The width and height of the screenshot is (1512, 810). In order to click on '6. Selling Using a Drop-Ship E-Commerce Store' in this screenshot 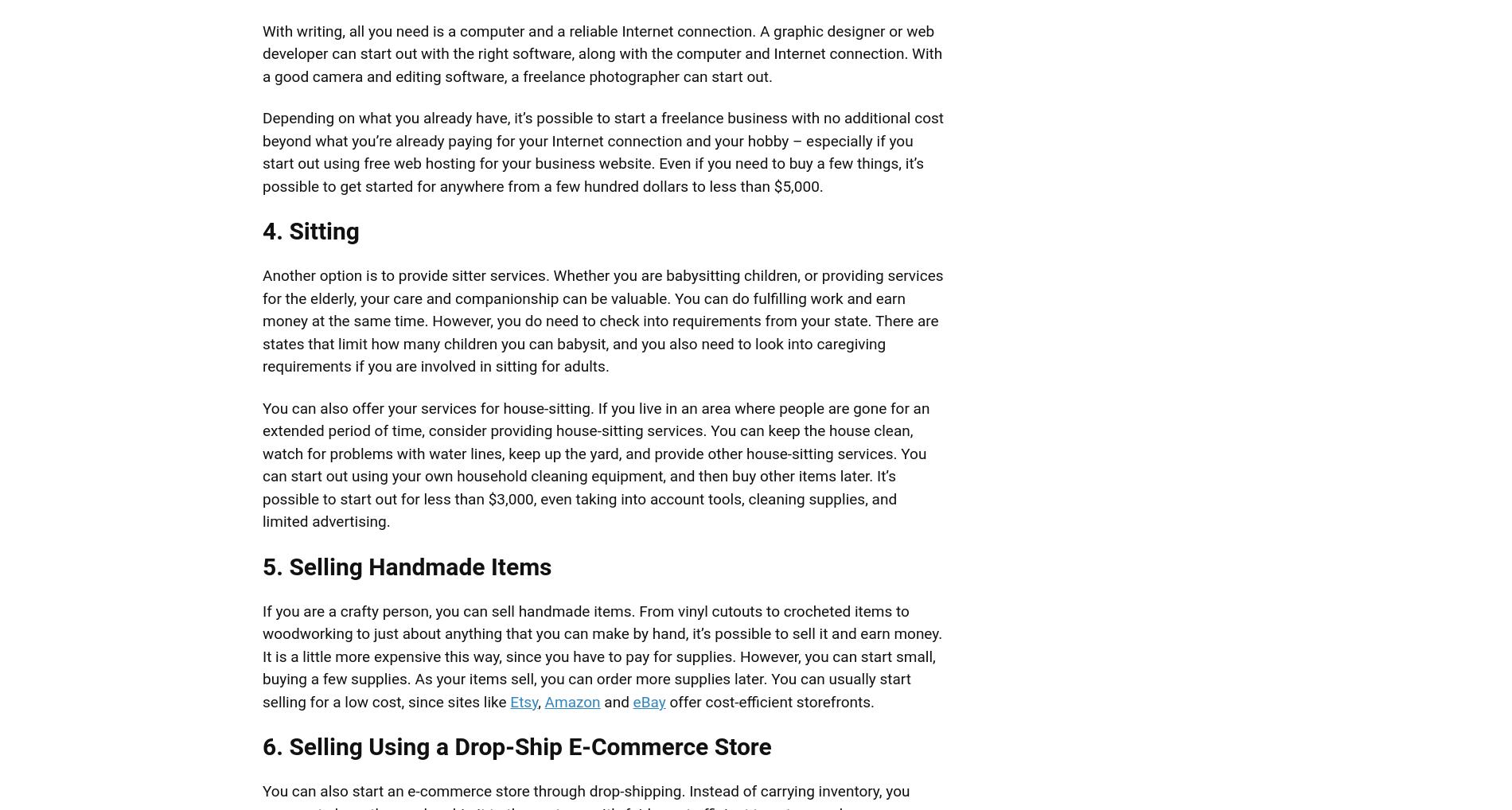, I will do `click(516, 746)`.